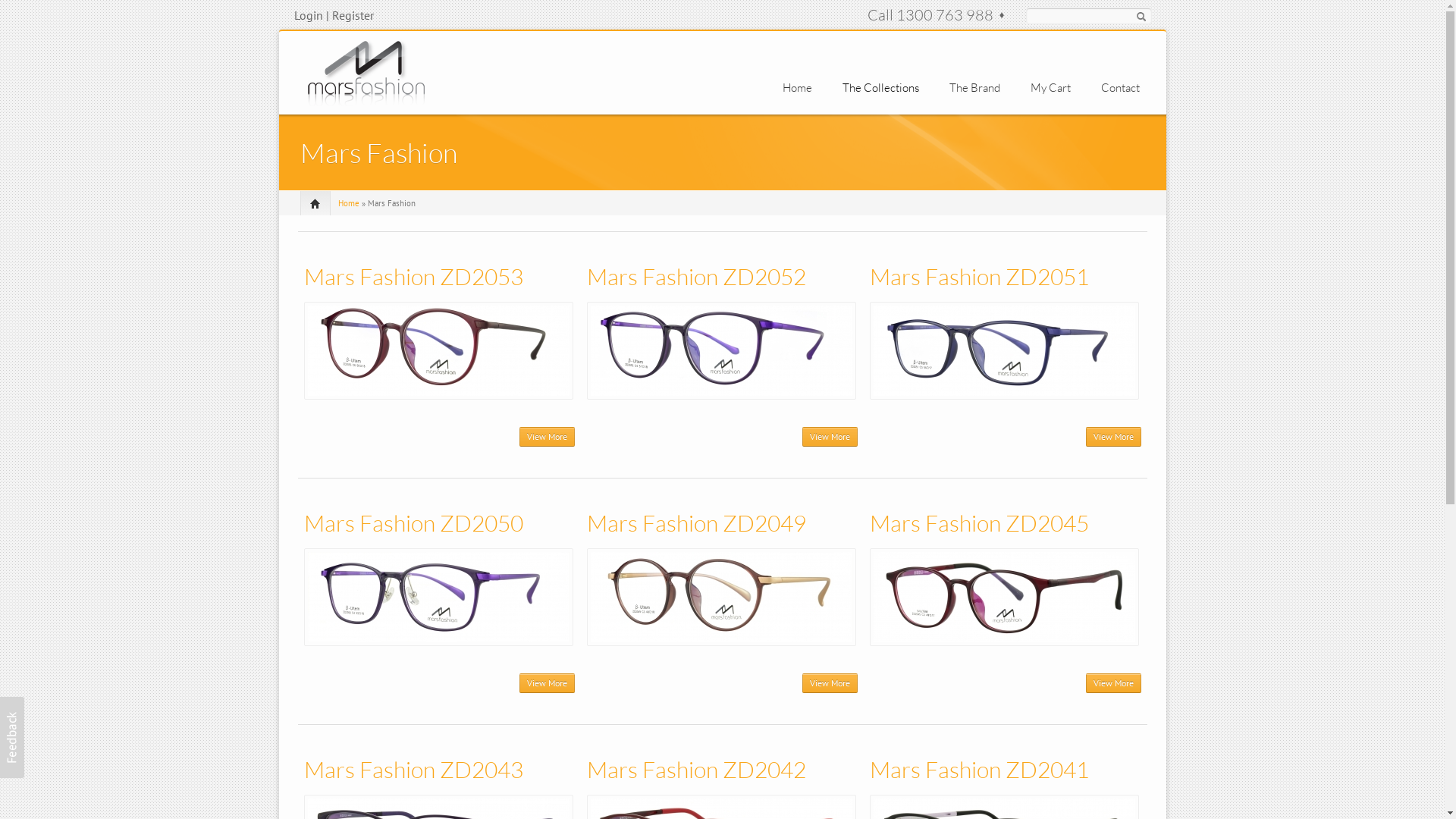  Describe the element at coordinates (1030, 87) in the screenshot. I see `'My Cart'` at that location.